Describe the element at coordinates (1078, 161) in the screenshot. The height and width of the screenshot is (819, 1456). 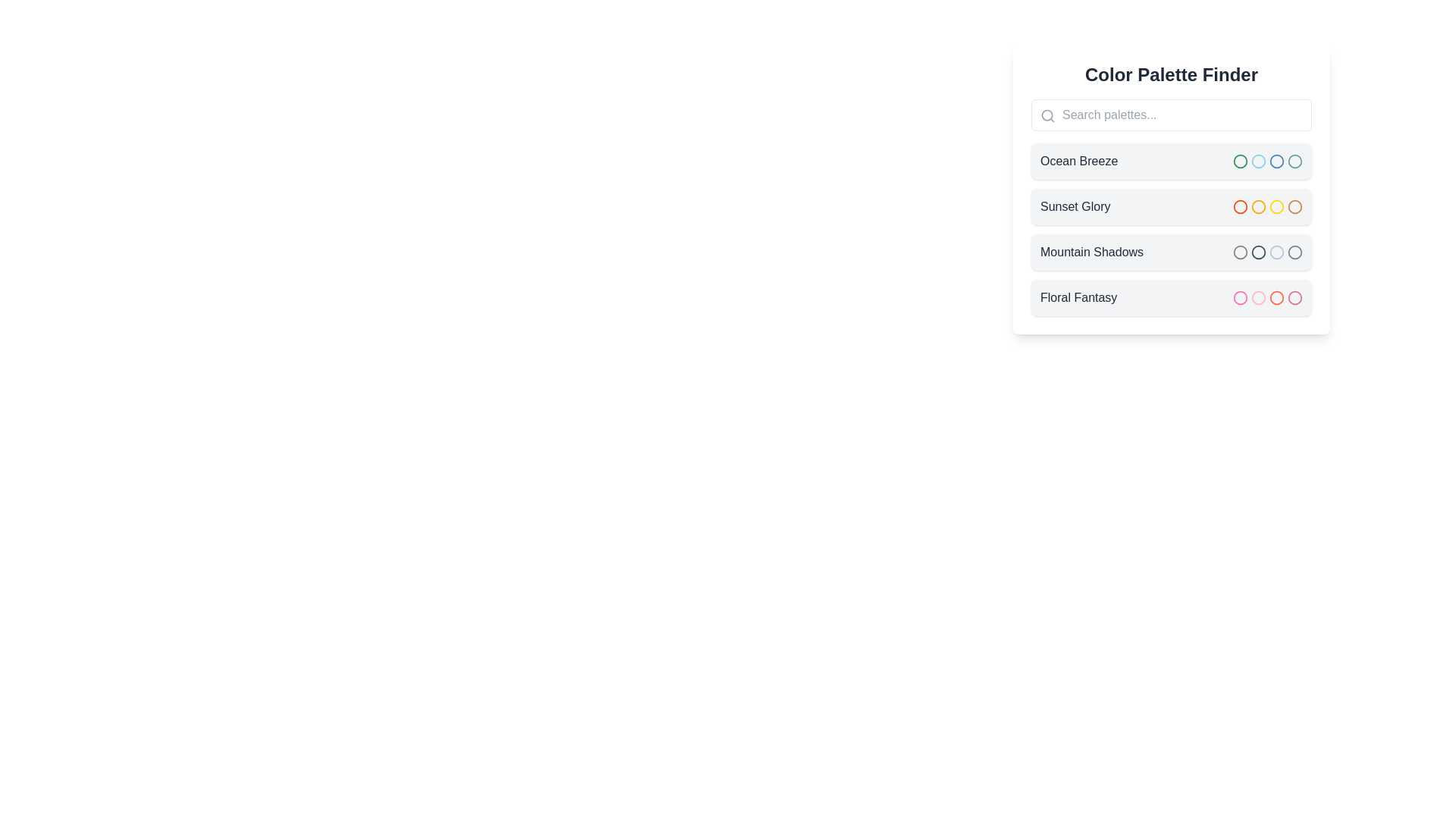
I see `text label 'Ocean Breeze' that is styled in medium size and gray color, located above 'Sunset Glory' in the 'Color Palette Finder' list` at that location.